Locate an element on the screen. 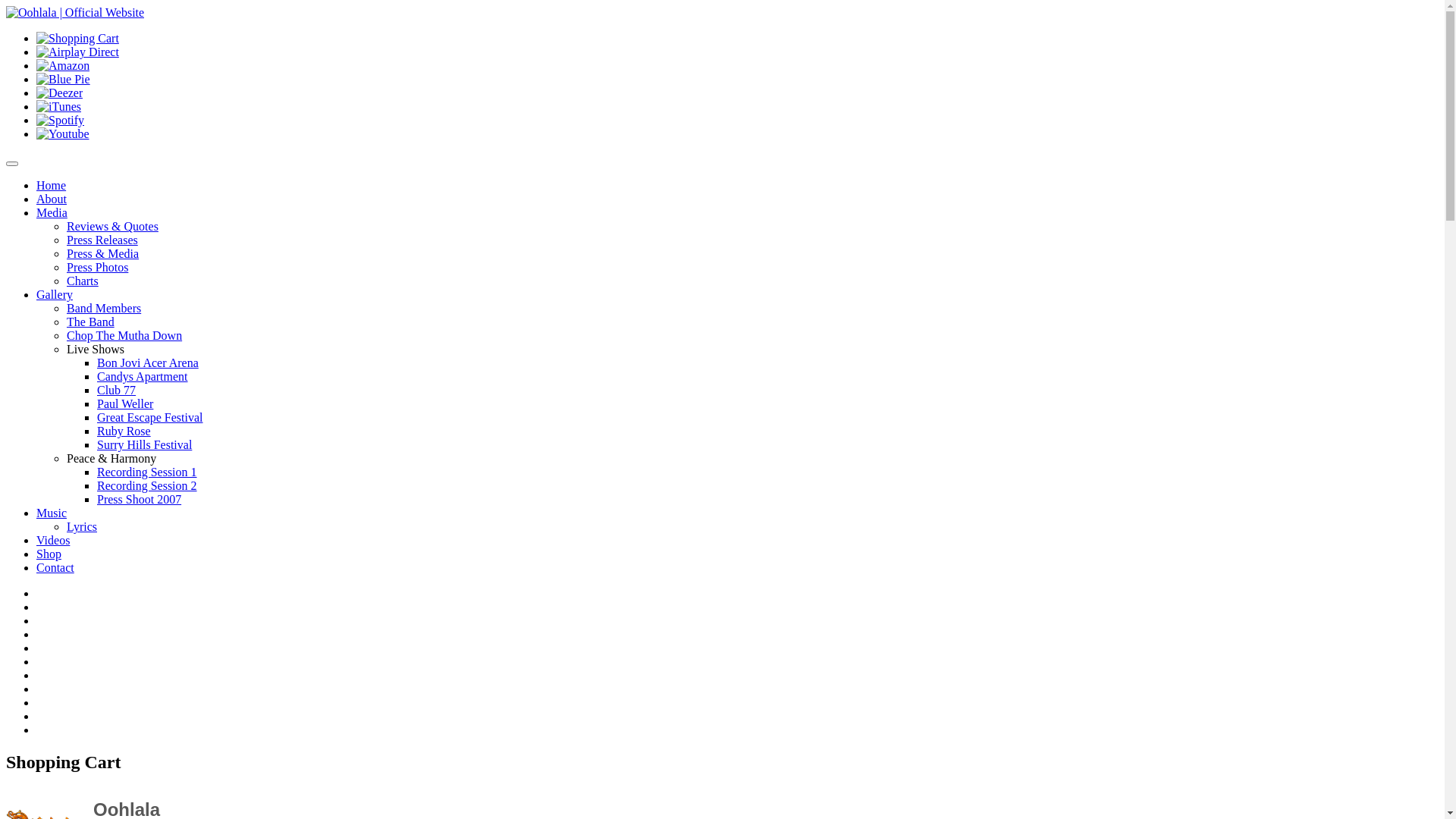 Image resolution: width=1456 pixels, height=819 pixels. 'Spotify' is located at coordinates (36, 119).